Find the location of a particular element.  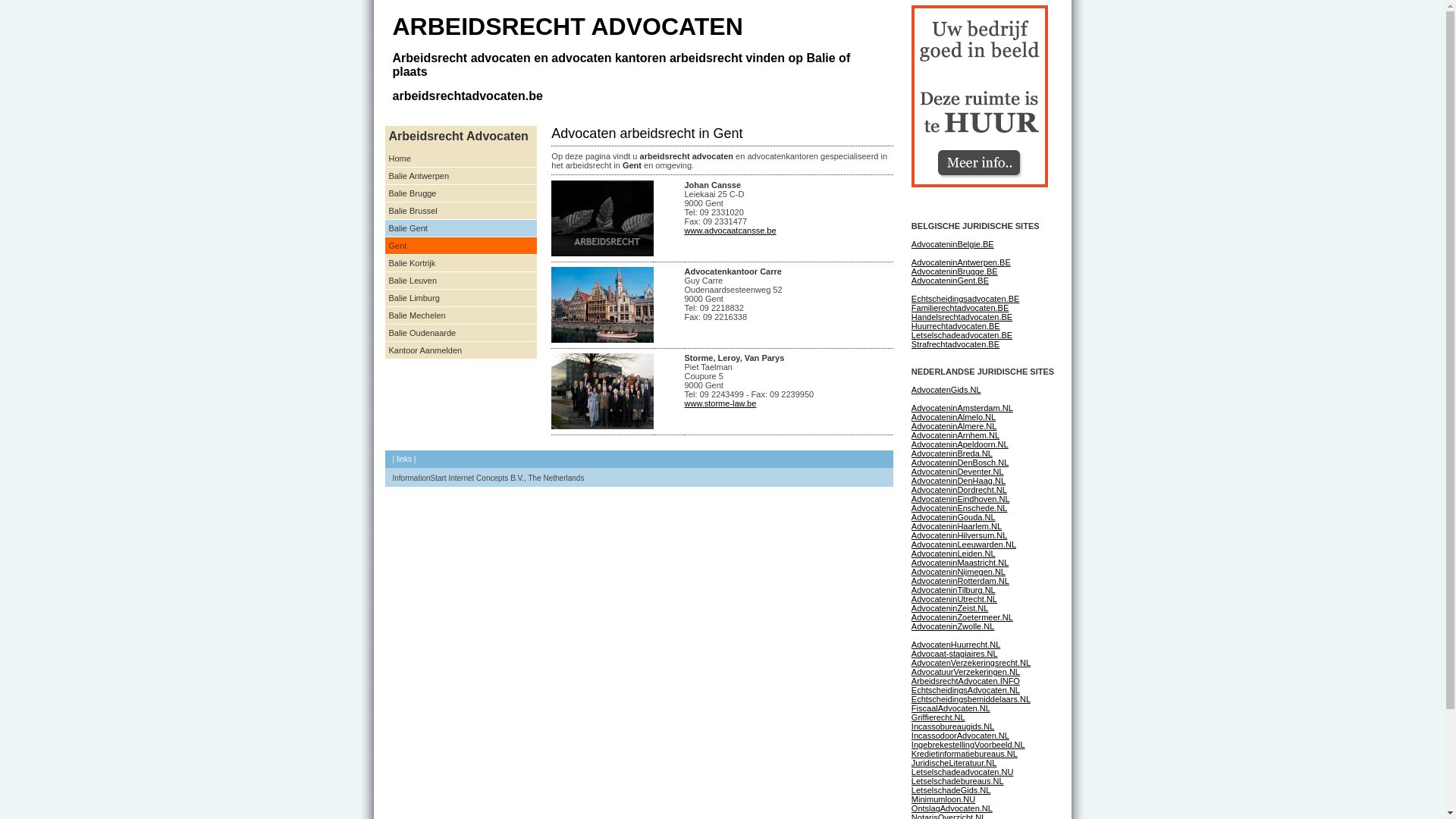

'Familierechtadvocaten.BE' is located at coordinates (959, 307).